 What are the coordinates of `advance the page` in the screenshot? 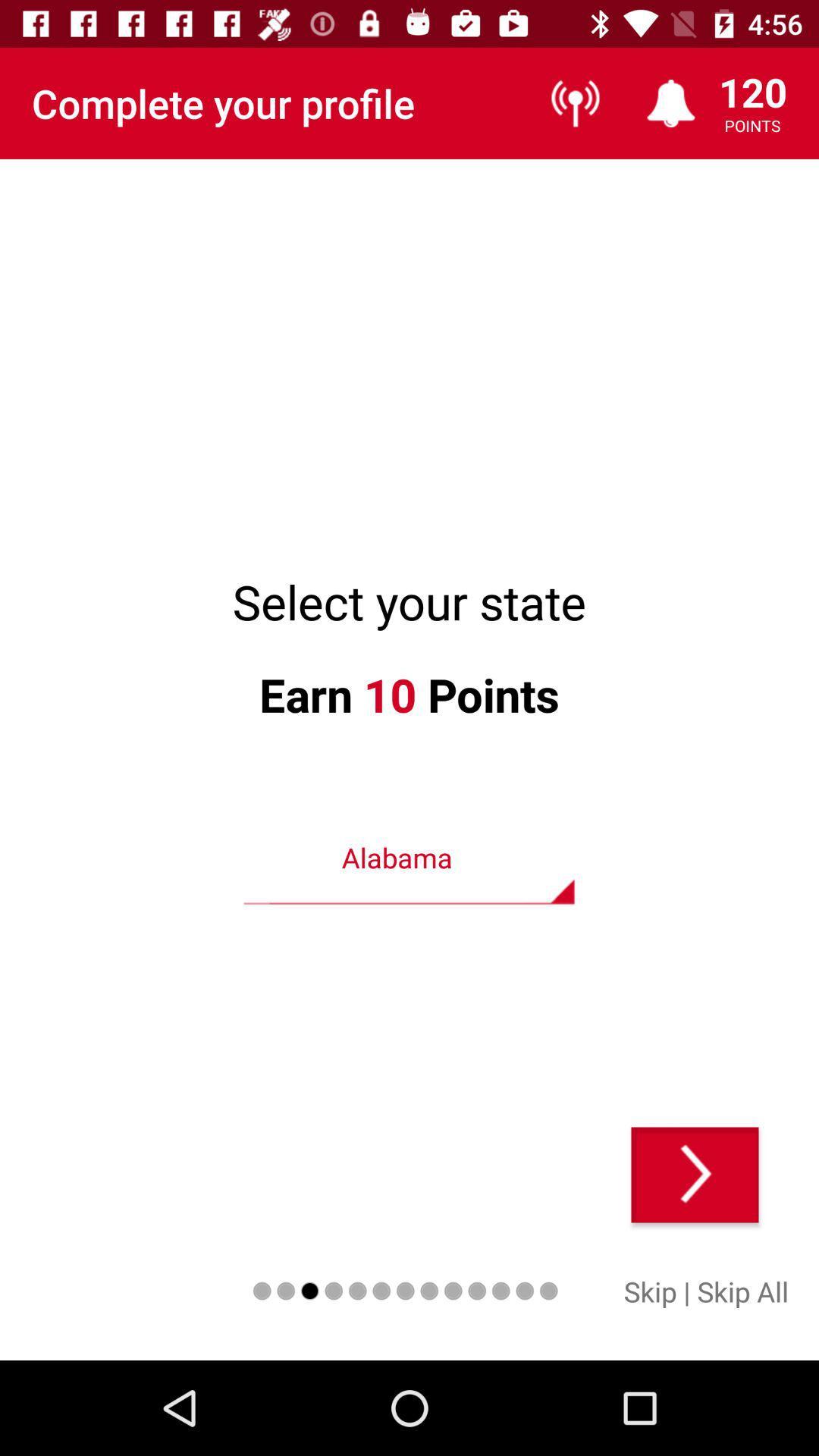 It's located at (695, 1174).